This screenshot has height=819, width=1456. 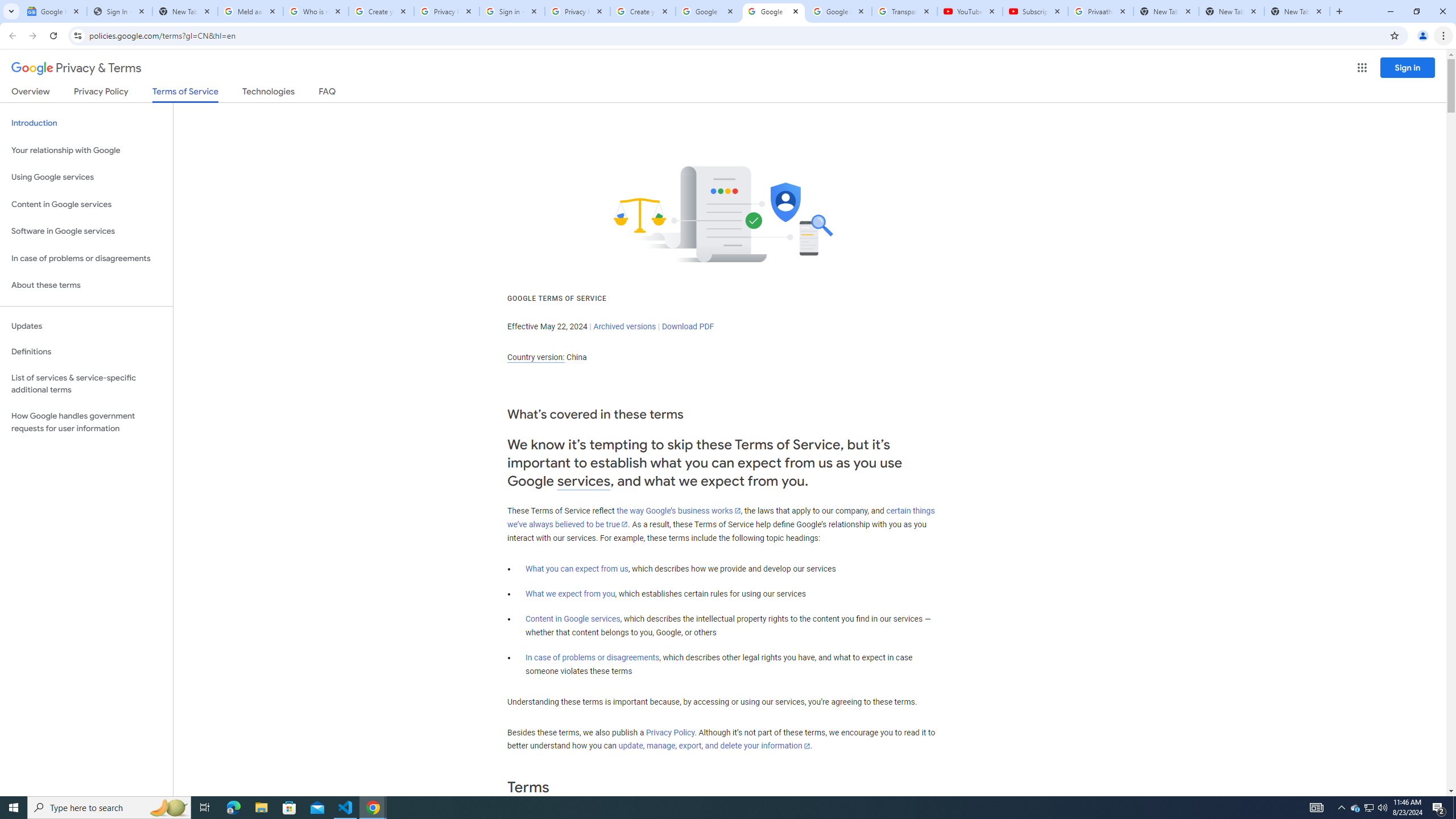 What do you see at coordinates (570, 593) in the screenshot?
I see `'What we expect from you'` at bounding box center [570, 593].